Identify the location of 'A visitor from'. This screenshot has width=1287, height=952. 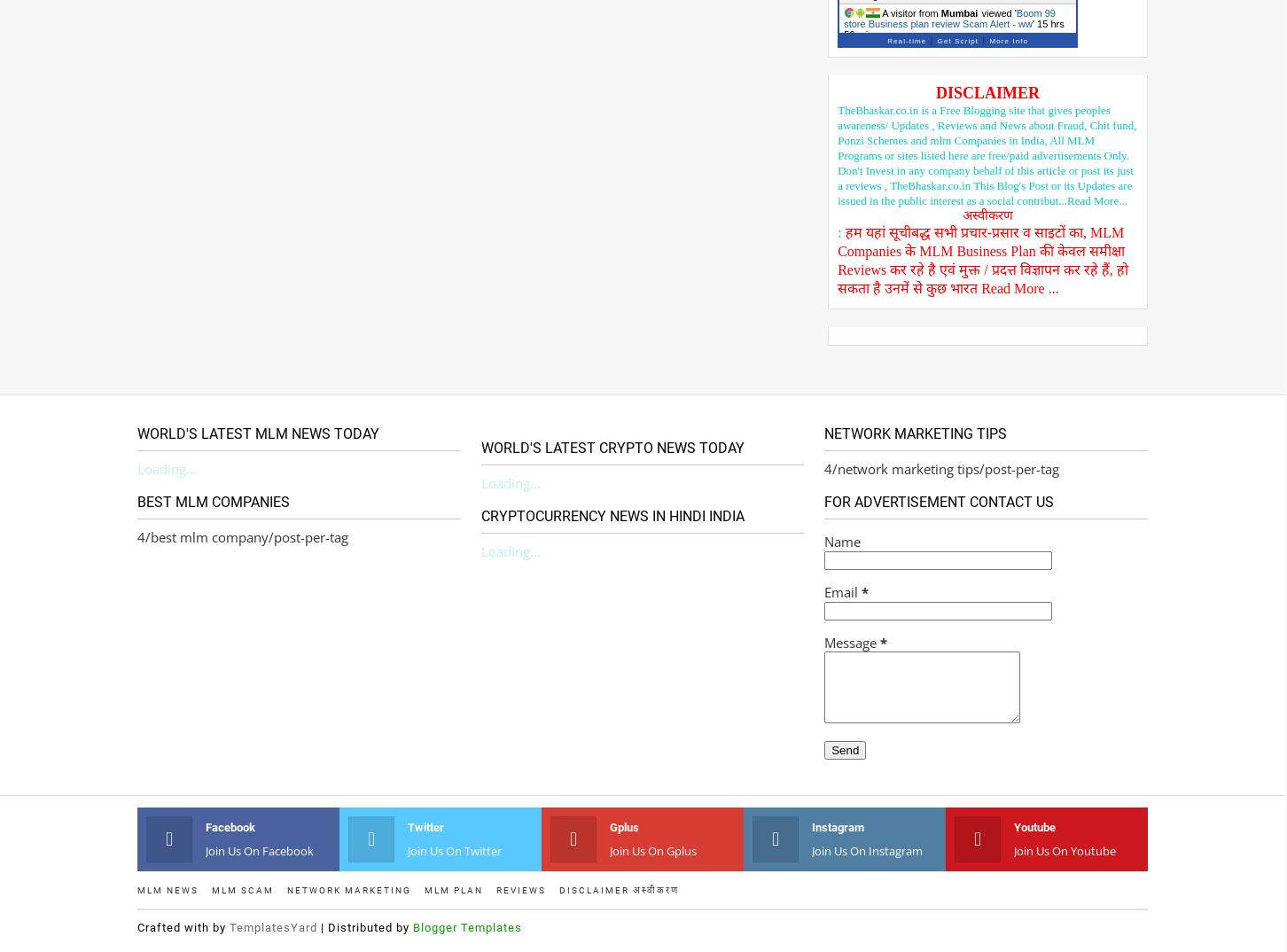
(909, 12).